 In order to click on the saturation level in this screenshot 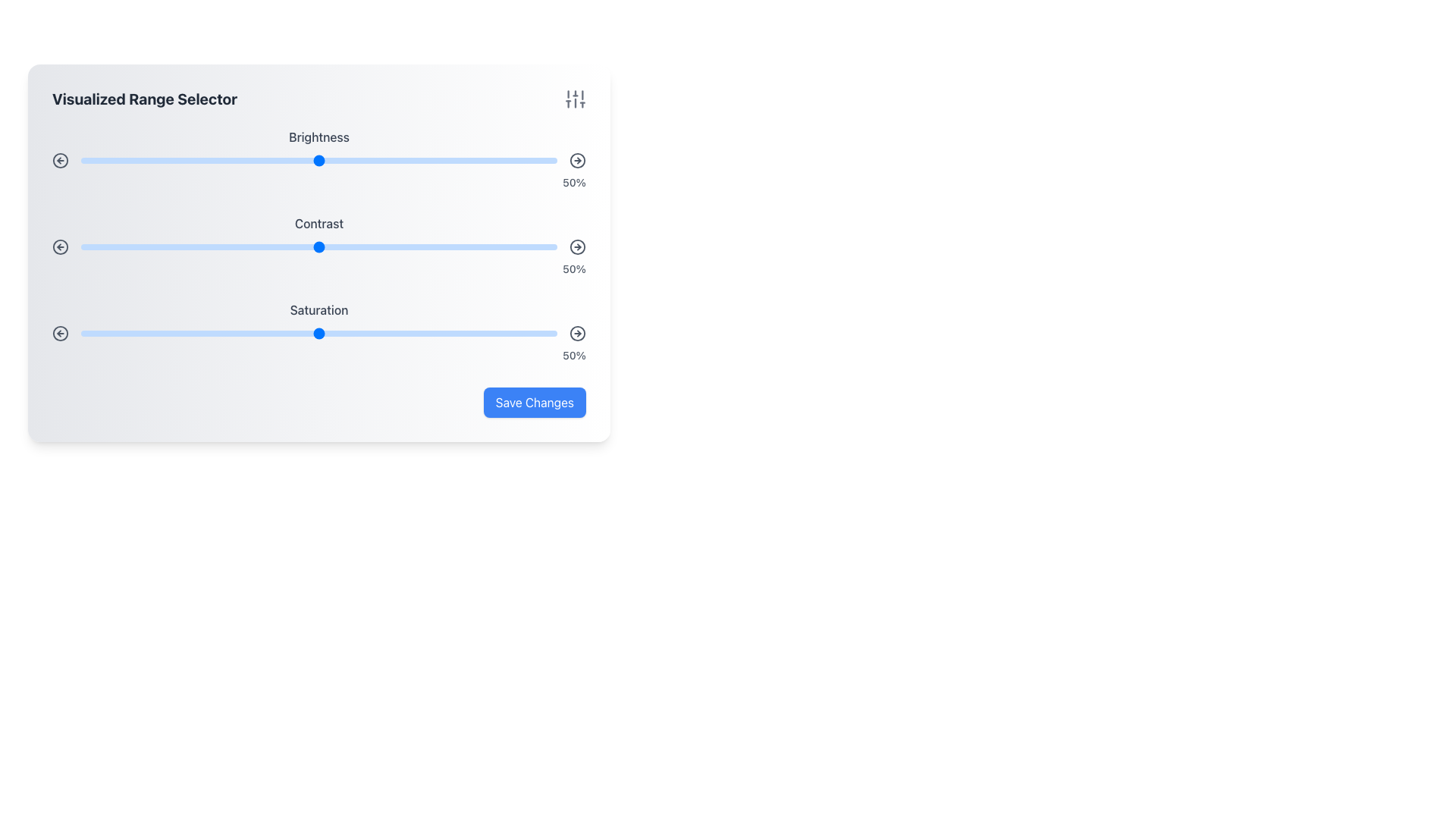, I will do `click(167, 332)`.